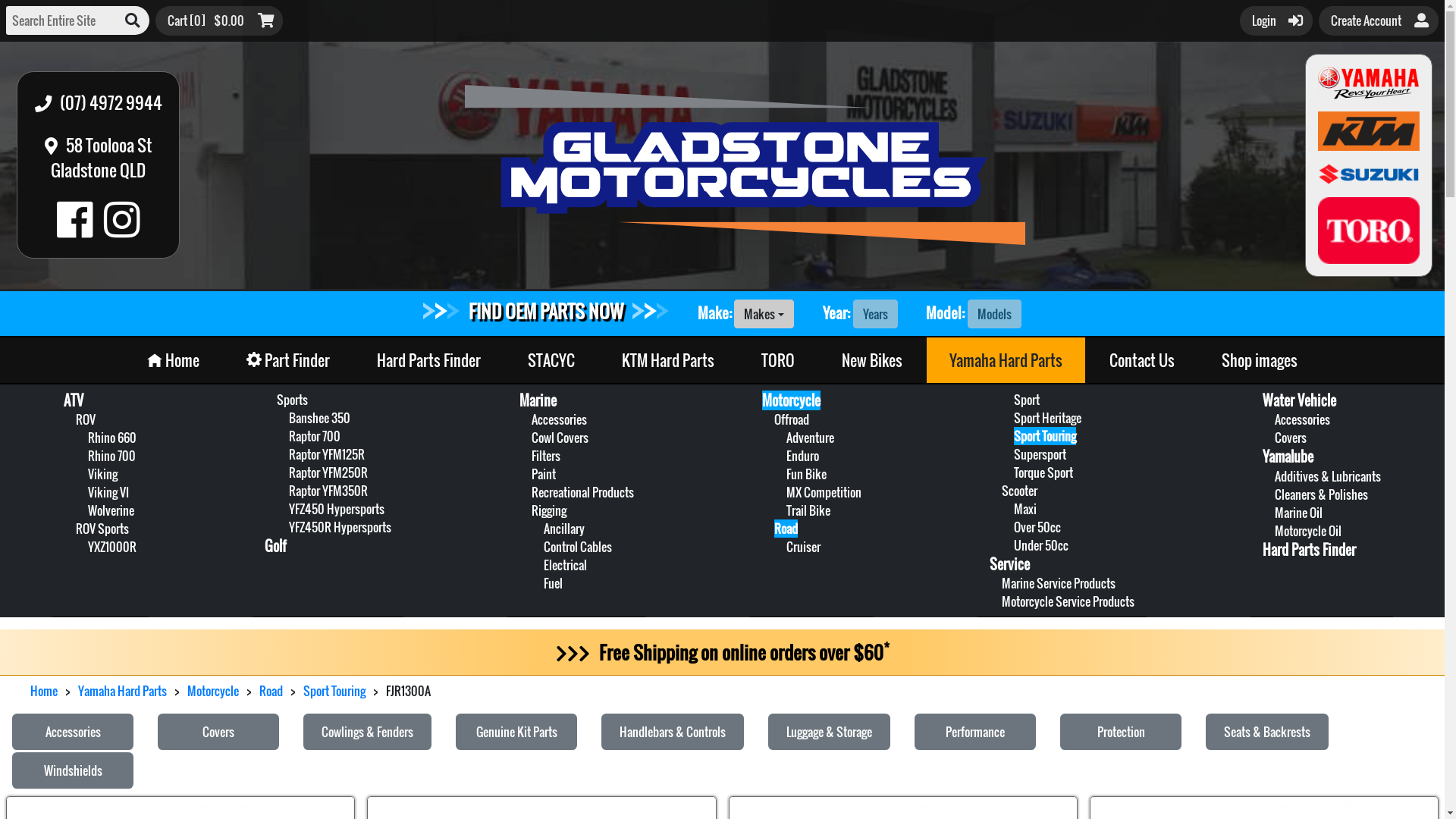  What do you see at coordinates (259, 690) in the screenshot?
I see `'Road'` at bounding box center [259, 690].